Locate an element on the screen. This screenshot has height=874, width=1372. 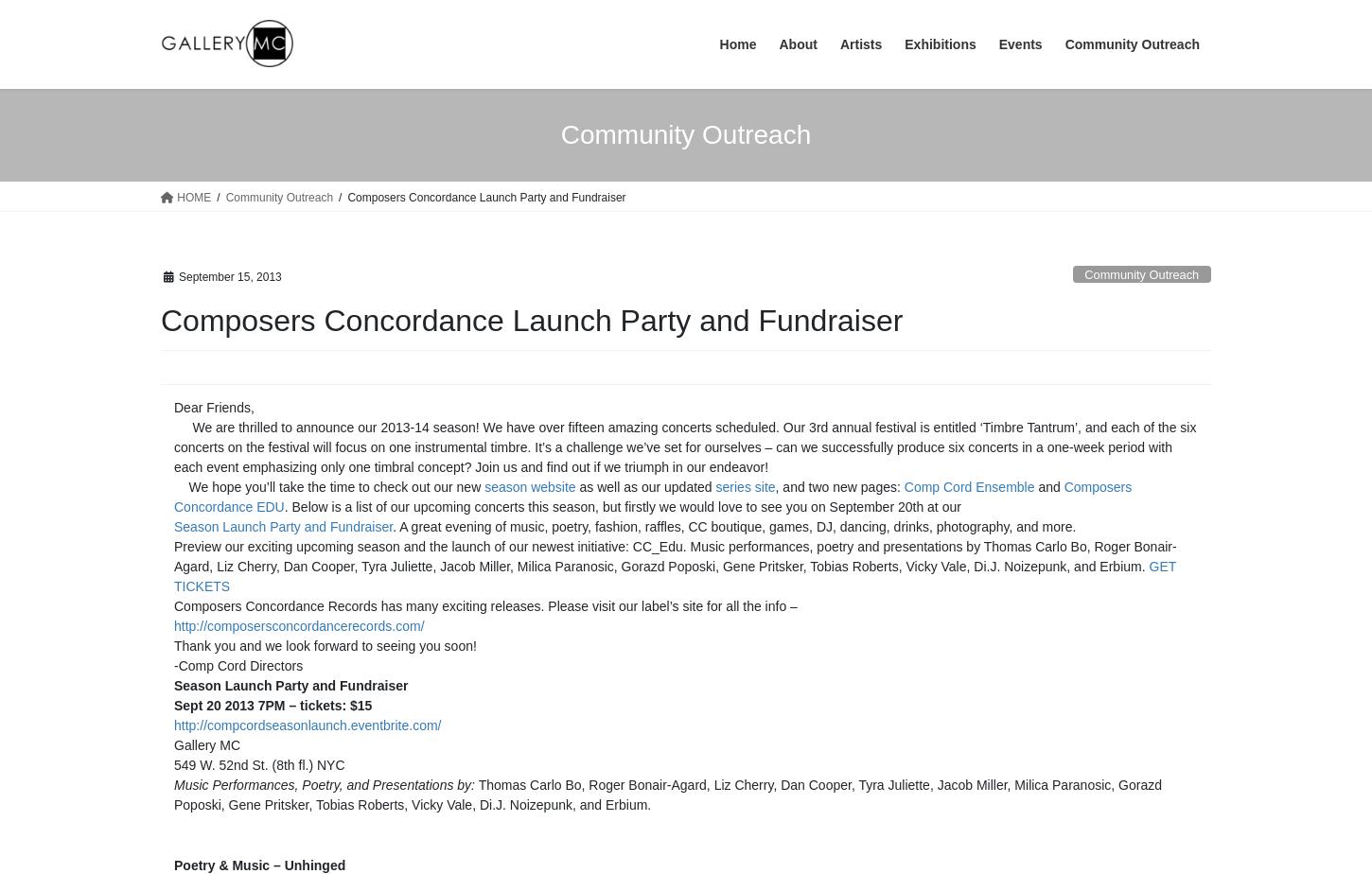
'Artists' is located at coordinates (859, 44).